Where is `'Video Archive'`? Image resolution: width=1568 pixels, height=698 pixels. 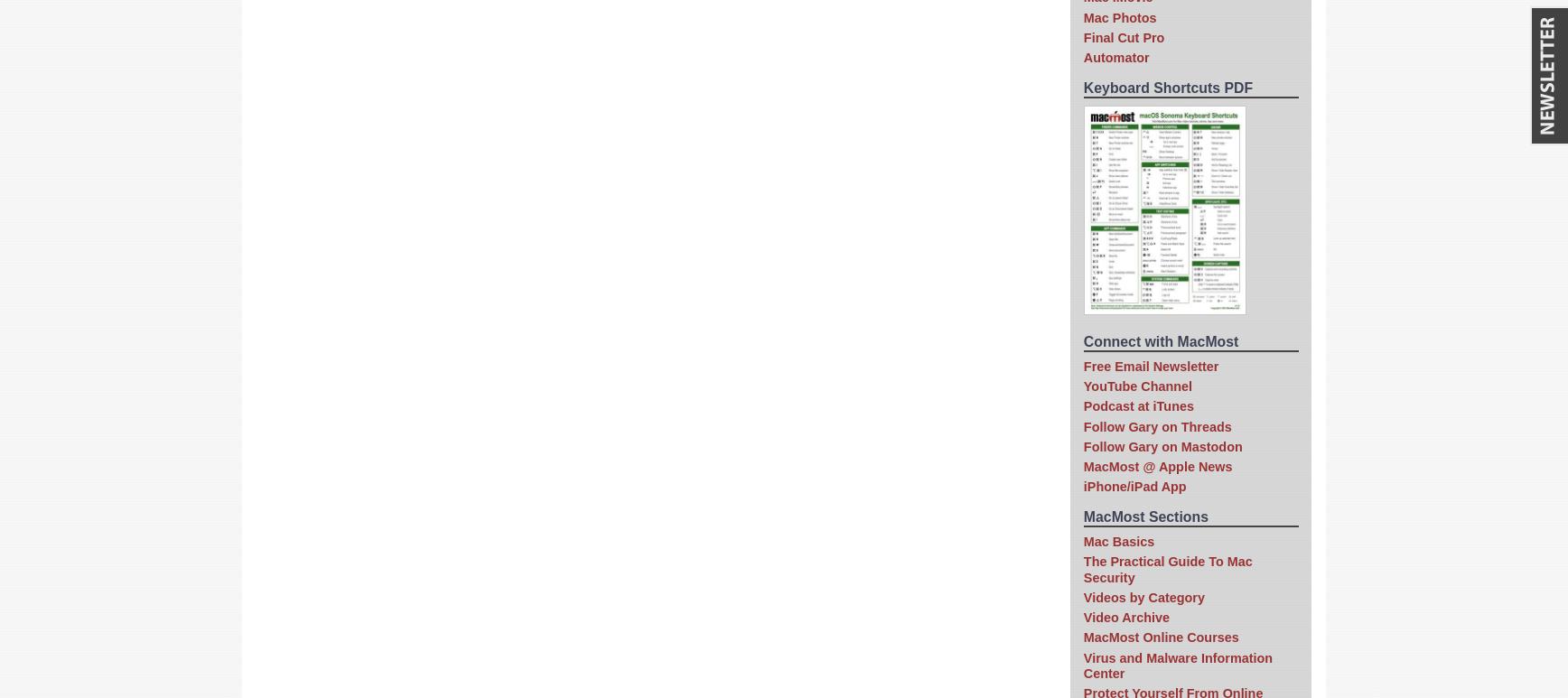
'Video Archive' is located at coordinates (1083, 617).